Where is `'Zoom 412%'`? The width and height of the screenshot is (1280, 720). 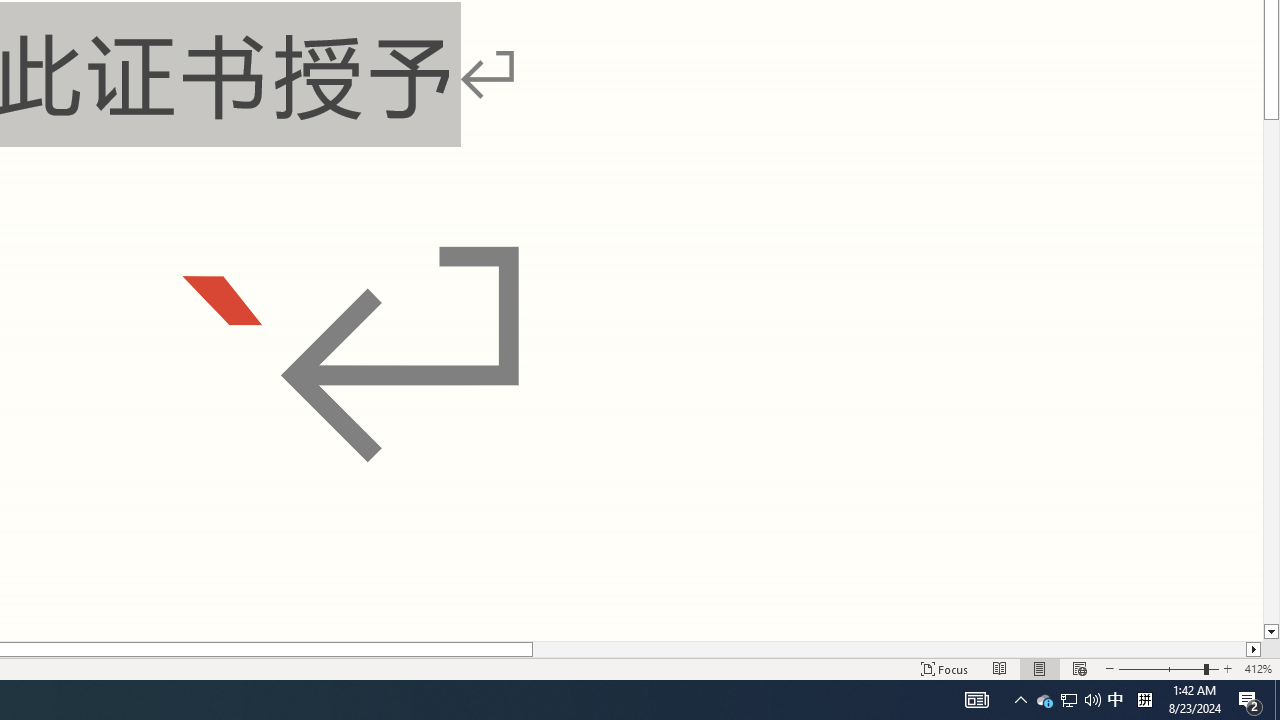 'Zoom 412%' is located at coordinates (1257, 669).